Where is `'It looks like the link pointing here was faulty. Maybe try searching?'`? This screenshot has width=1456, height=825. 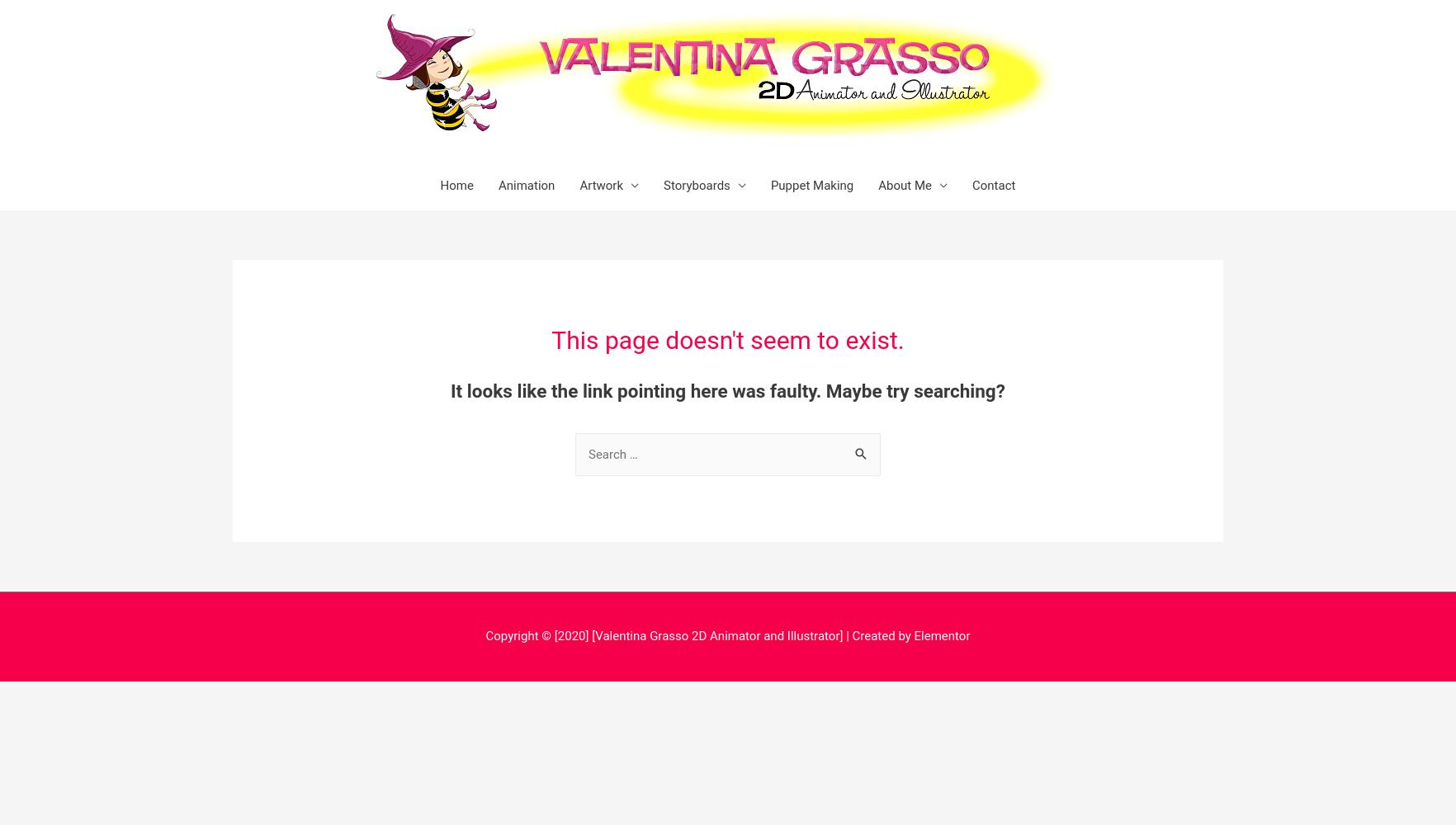
'It looks like the link pointing here was faulty. Maybe try searching?' is located at coordinates (727, 389).